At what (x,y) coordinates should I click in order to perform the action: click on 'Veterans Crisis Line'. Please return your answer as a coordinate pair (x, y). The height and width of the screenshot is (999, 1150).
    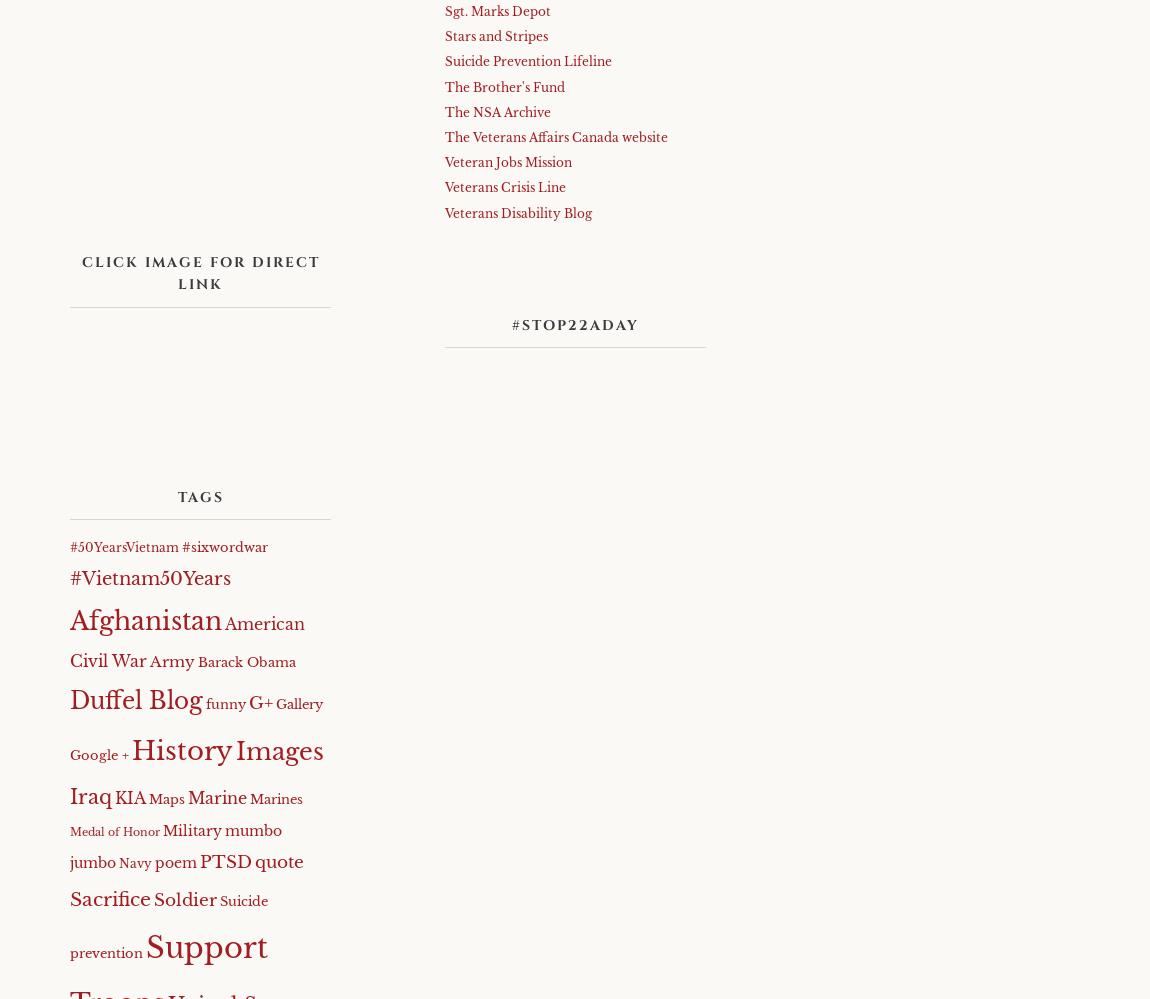
    Looking at the image, I should click on (504, 186).